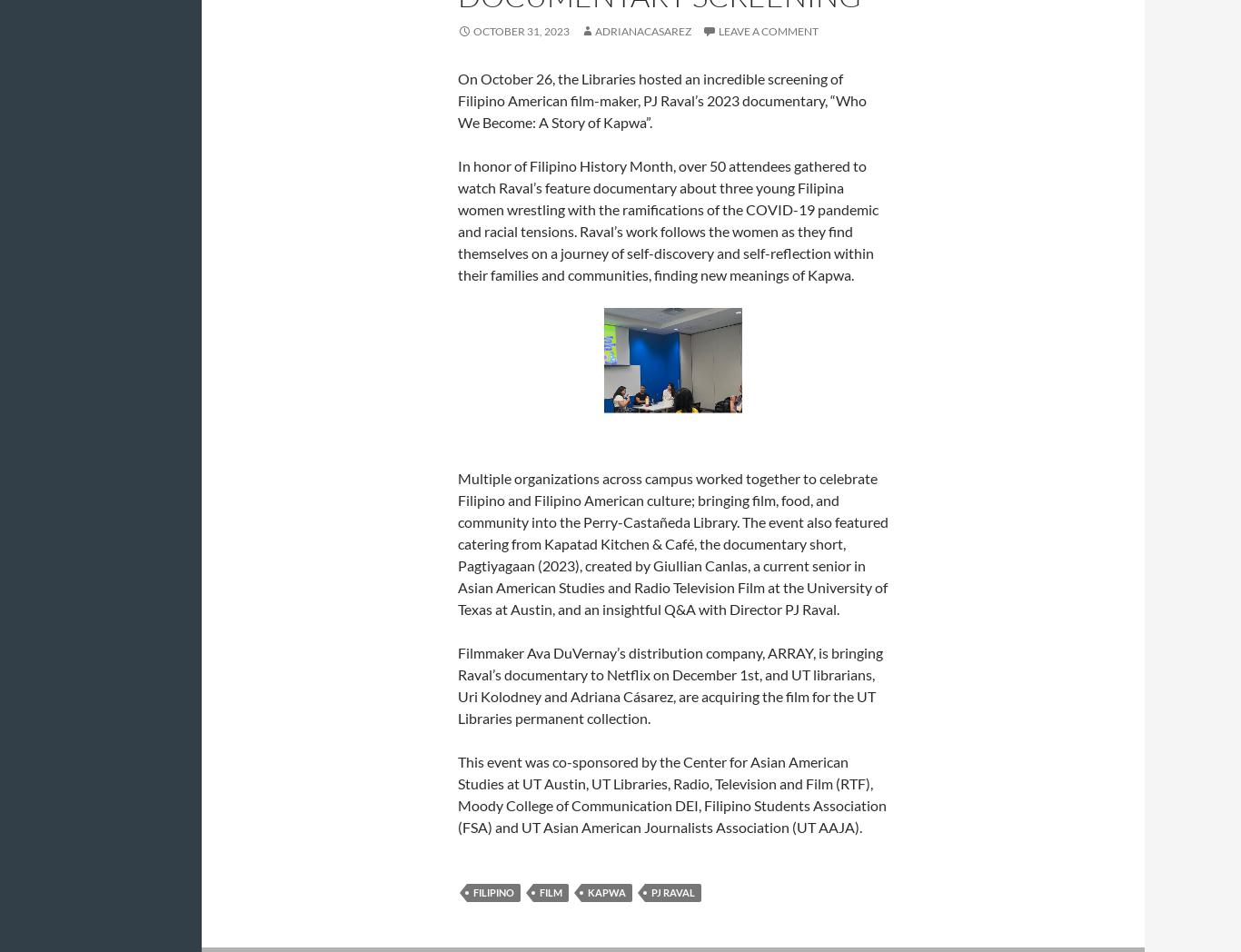 This screenshot has height=952, width=1241. Describe the element at coordinates (550, 891) in the screenshot. I see `'film'` at that location.